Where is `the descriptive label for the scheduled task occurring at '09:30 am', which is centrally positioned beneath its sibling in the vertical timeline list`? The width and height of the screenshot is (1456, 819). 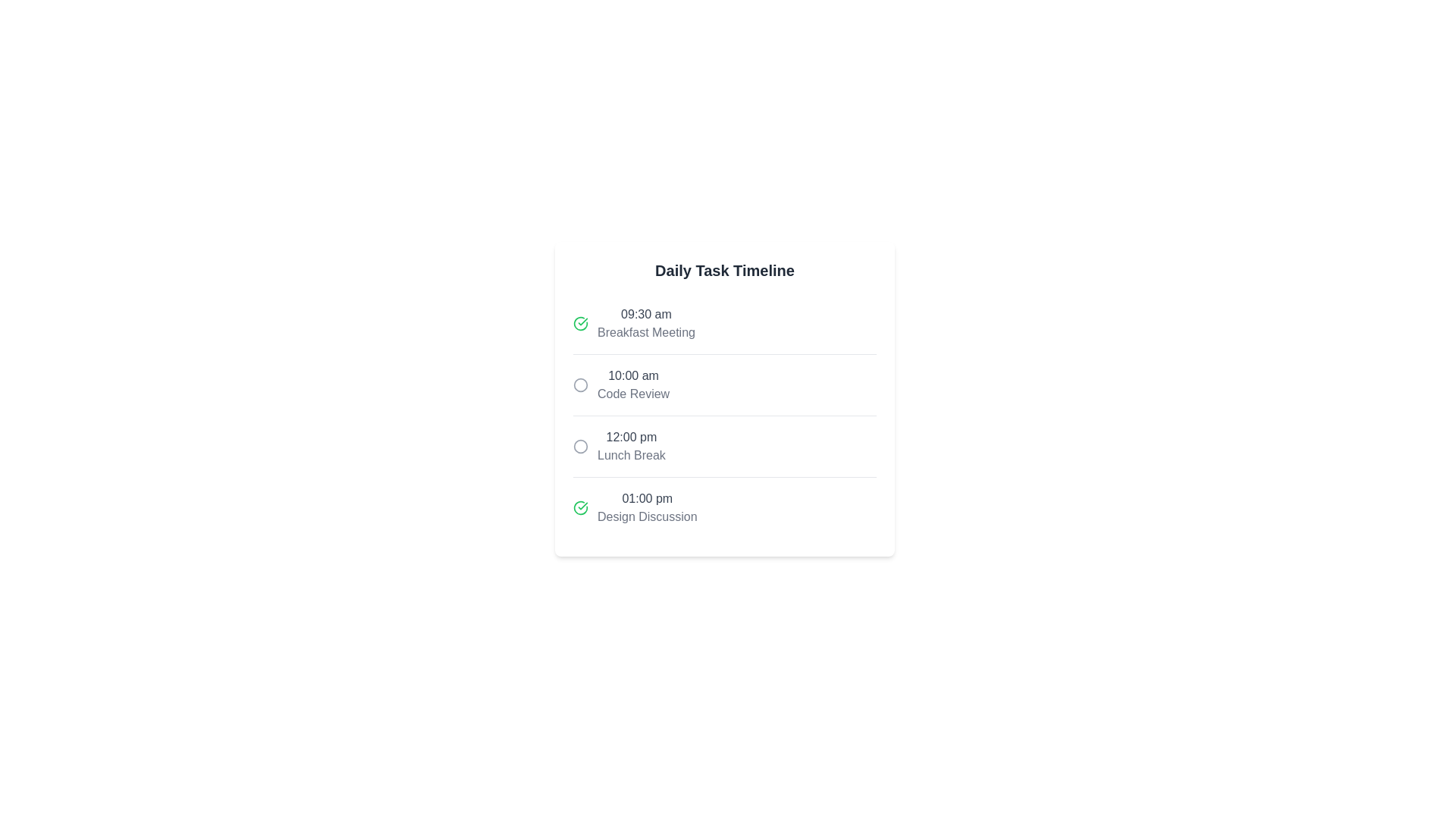 the descriptive label for the scheduled task occurring at '09:30 am', which is centrally positioned beneath its sibling in the vertical timeline list is located at coordinates (646, 332).